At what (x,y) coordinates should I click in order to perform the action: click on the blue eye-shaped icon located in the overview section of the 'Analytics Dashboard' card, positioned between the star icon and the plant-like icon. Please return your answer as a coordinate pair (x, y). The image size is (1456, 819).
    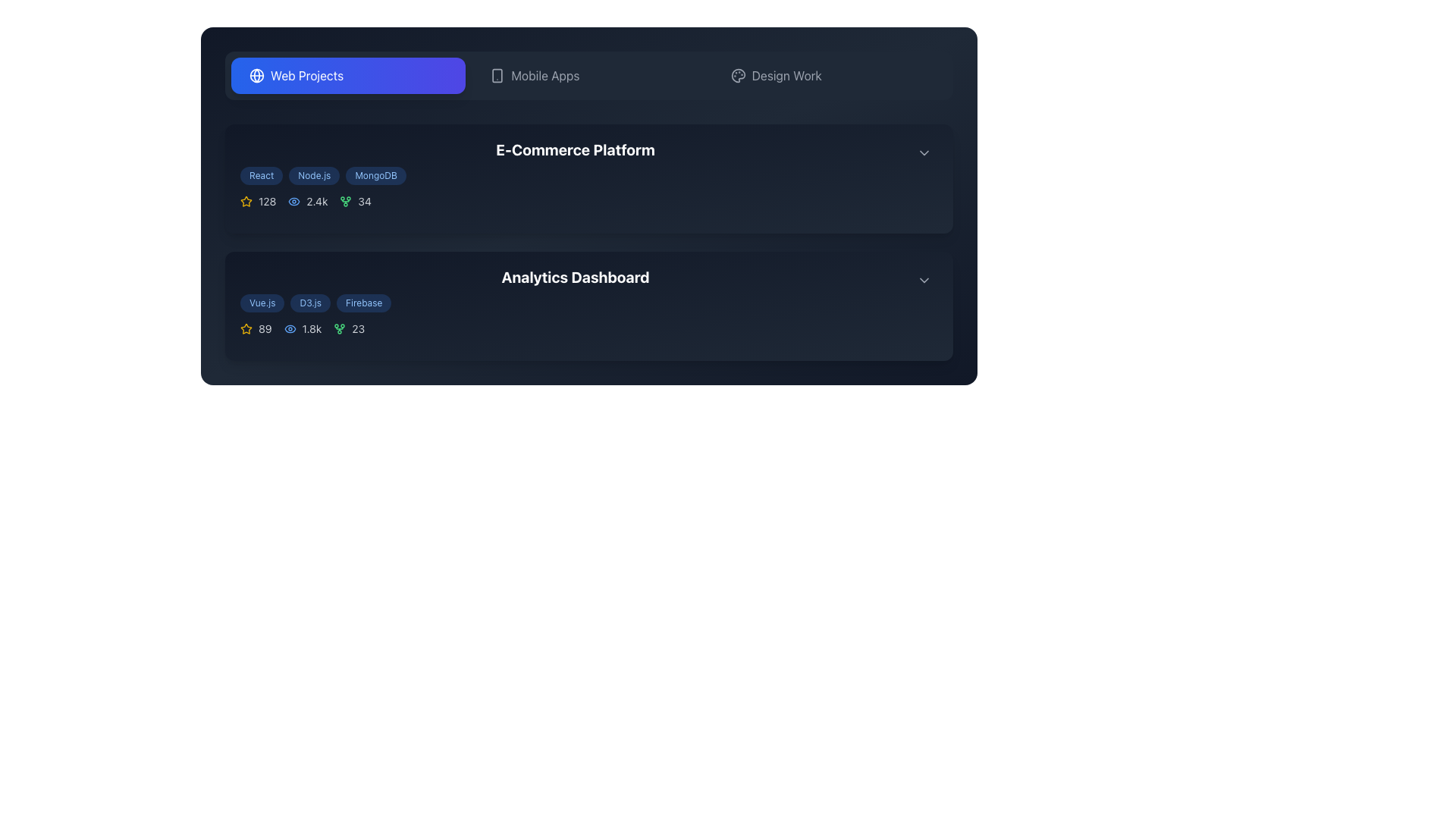
    Looking at the image, I should click on (290, 328).